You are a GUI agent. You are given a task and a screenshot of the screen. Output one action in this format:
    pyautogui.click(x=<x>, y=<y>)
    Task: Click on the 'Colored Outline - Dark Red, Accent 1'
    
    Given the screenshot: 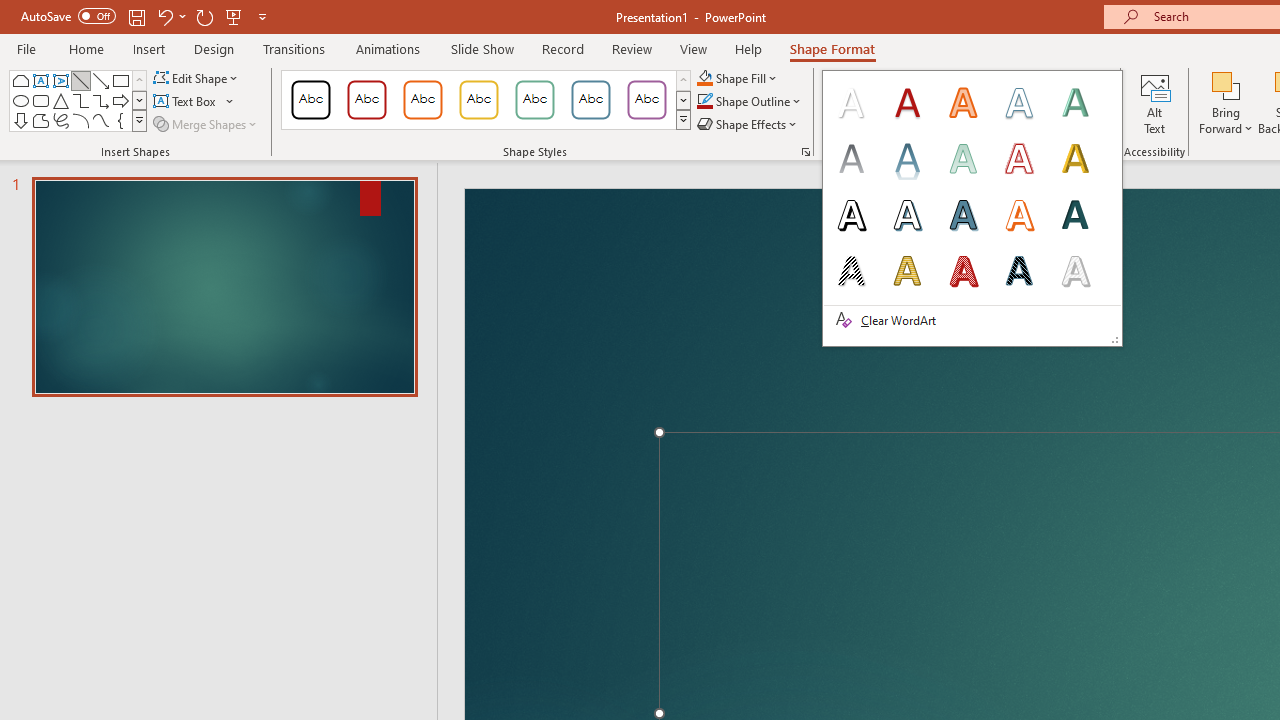 What is the action you would take?
    pyautogui.click(x=367, y=100)
    